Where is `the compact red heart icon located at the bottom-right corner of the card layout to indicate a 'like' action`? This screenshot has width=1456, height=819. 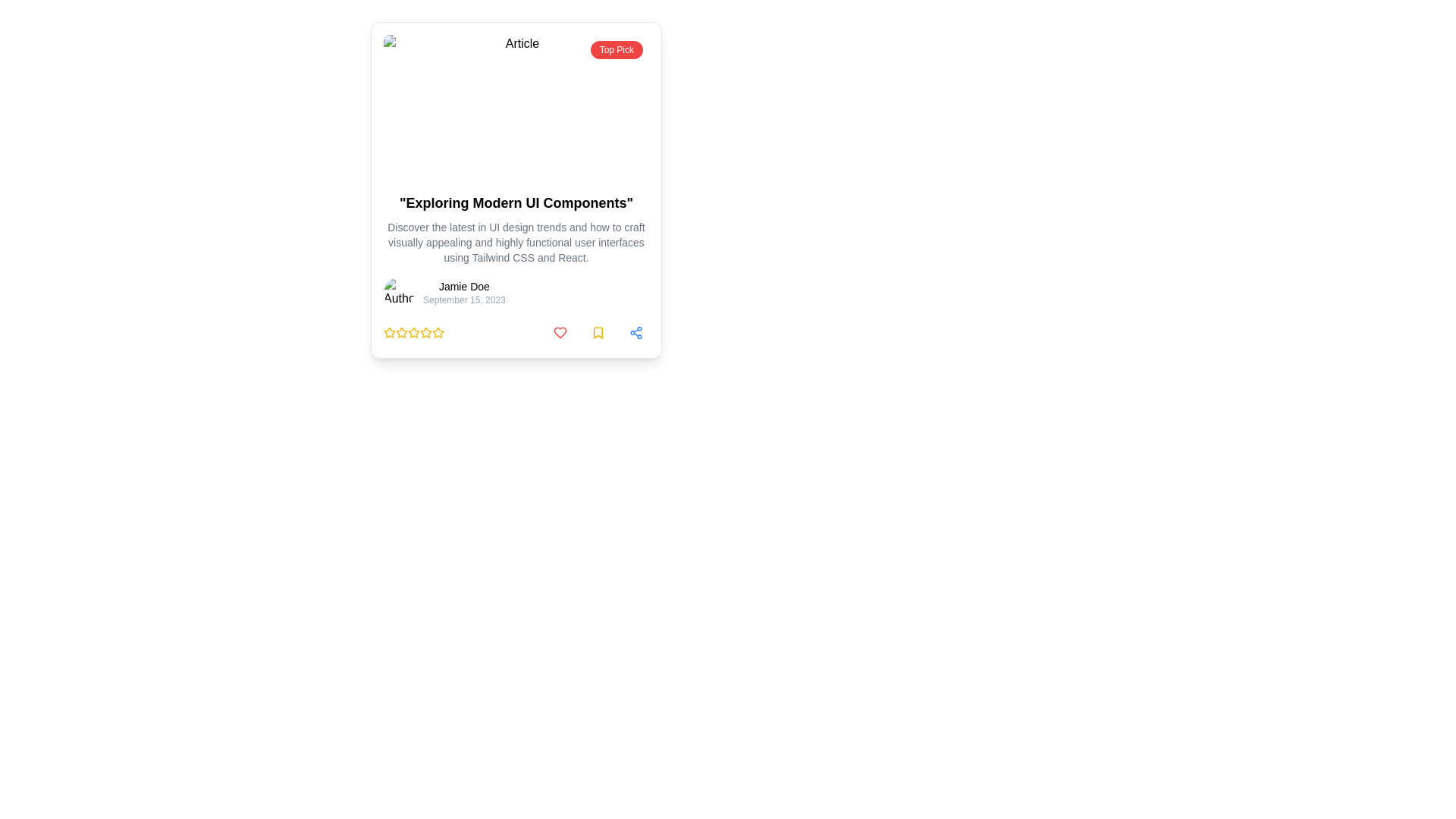
the compact red heart icon located at the bottom-right corner of the card layout to indicate a 'like' action is located at coordinates (560, 332).